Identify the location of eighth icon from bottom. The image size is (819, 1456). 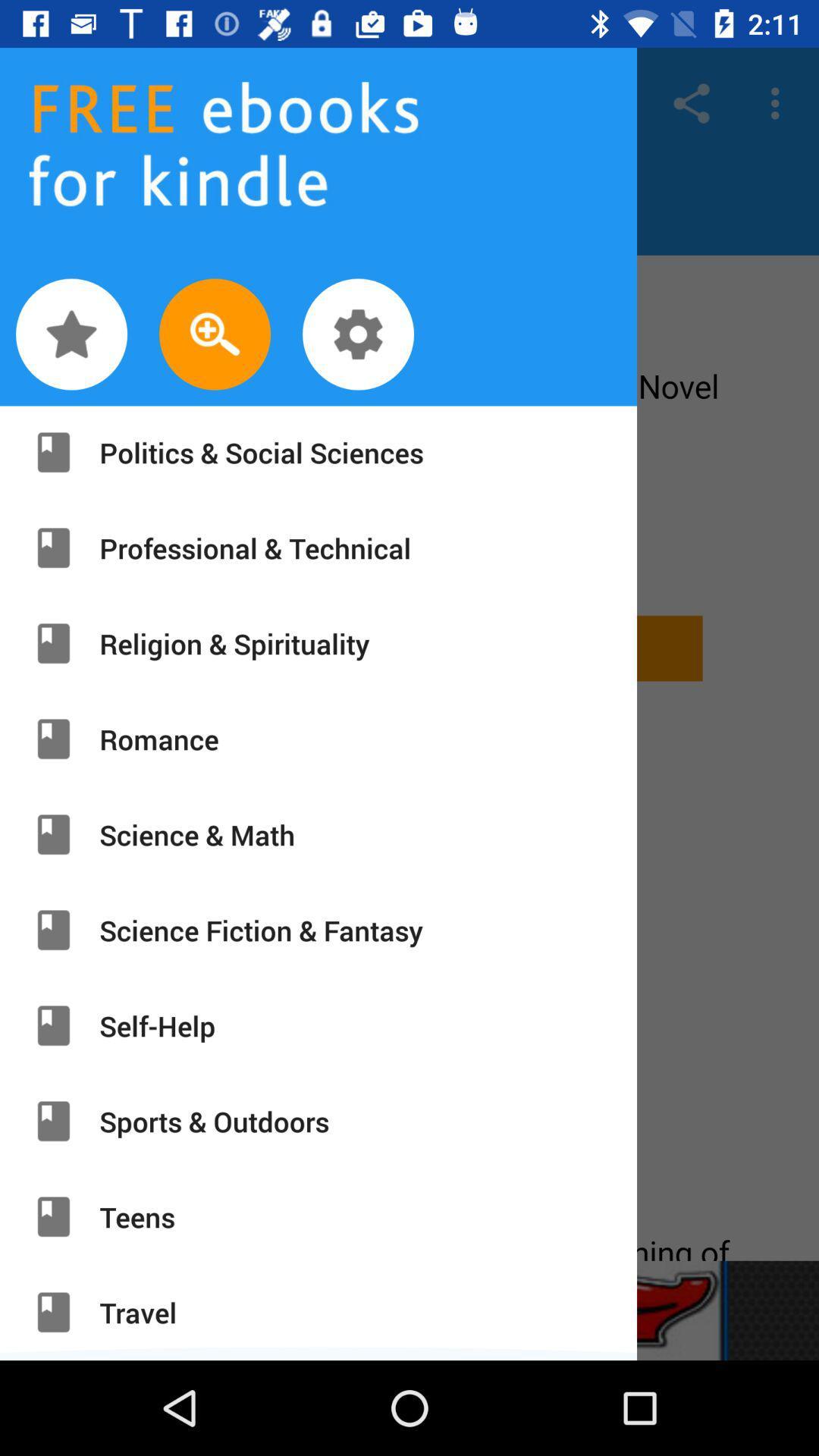
(52, 644).